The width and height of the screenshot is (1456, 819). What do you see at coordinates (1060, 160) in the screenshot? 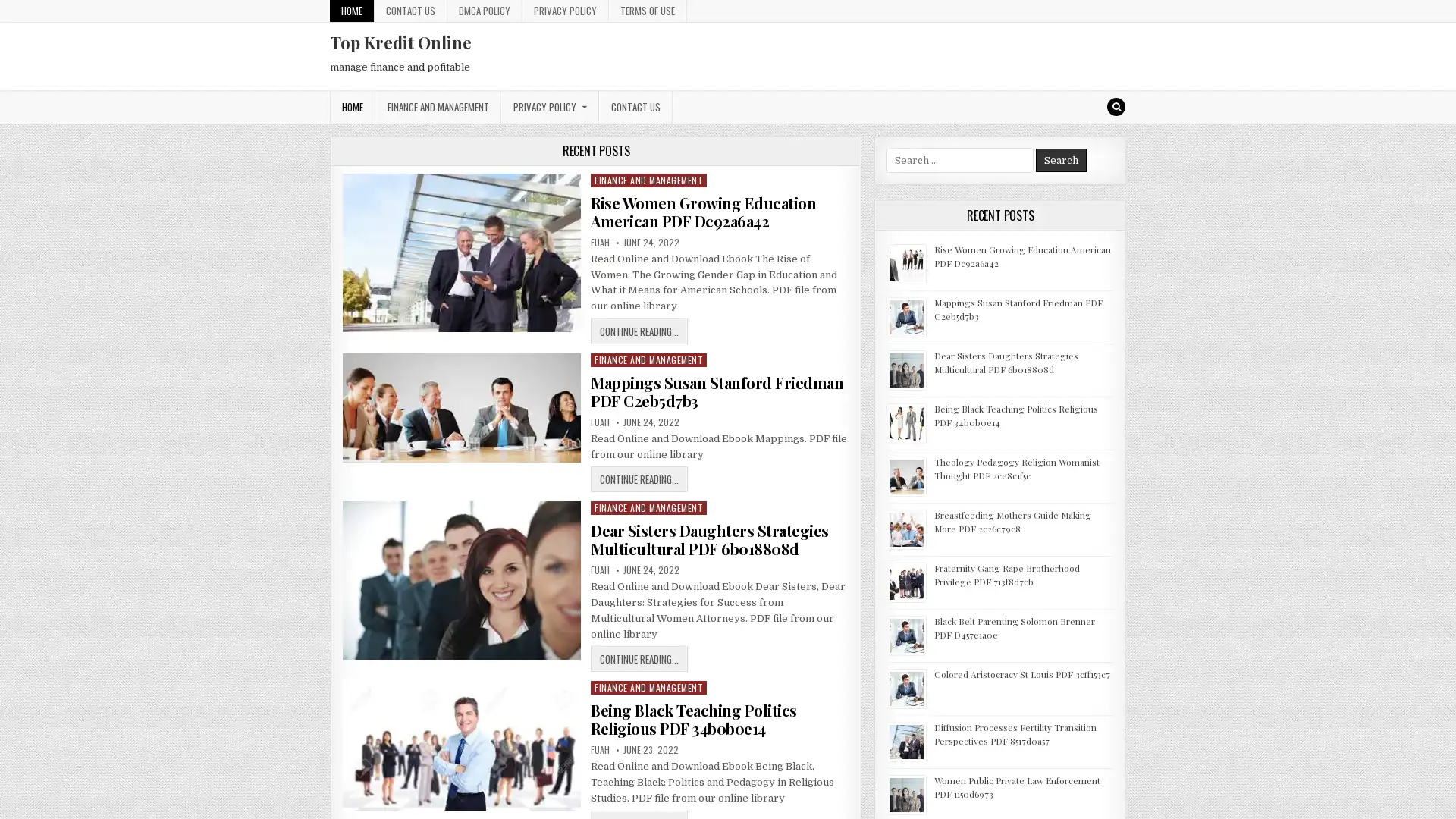
I see `Search` at bounding box center [1060, 160].